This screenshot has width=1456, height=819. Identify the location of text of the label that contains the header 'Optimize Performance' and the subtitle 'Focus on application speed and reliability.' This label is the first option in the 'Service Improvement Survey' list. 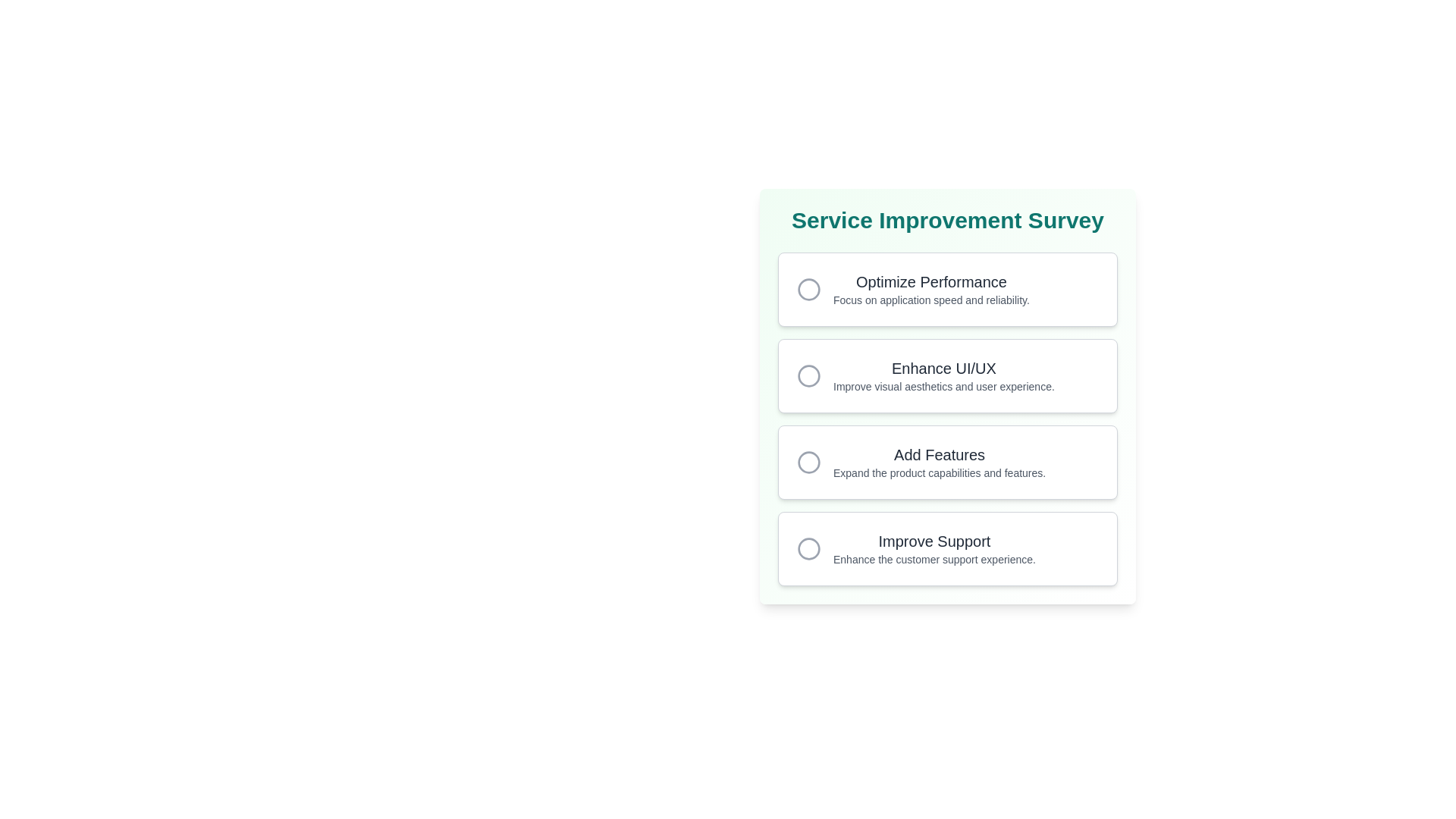
(930, 289).